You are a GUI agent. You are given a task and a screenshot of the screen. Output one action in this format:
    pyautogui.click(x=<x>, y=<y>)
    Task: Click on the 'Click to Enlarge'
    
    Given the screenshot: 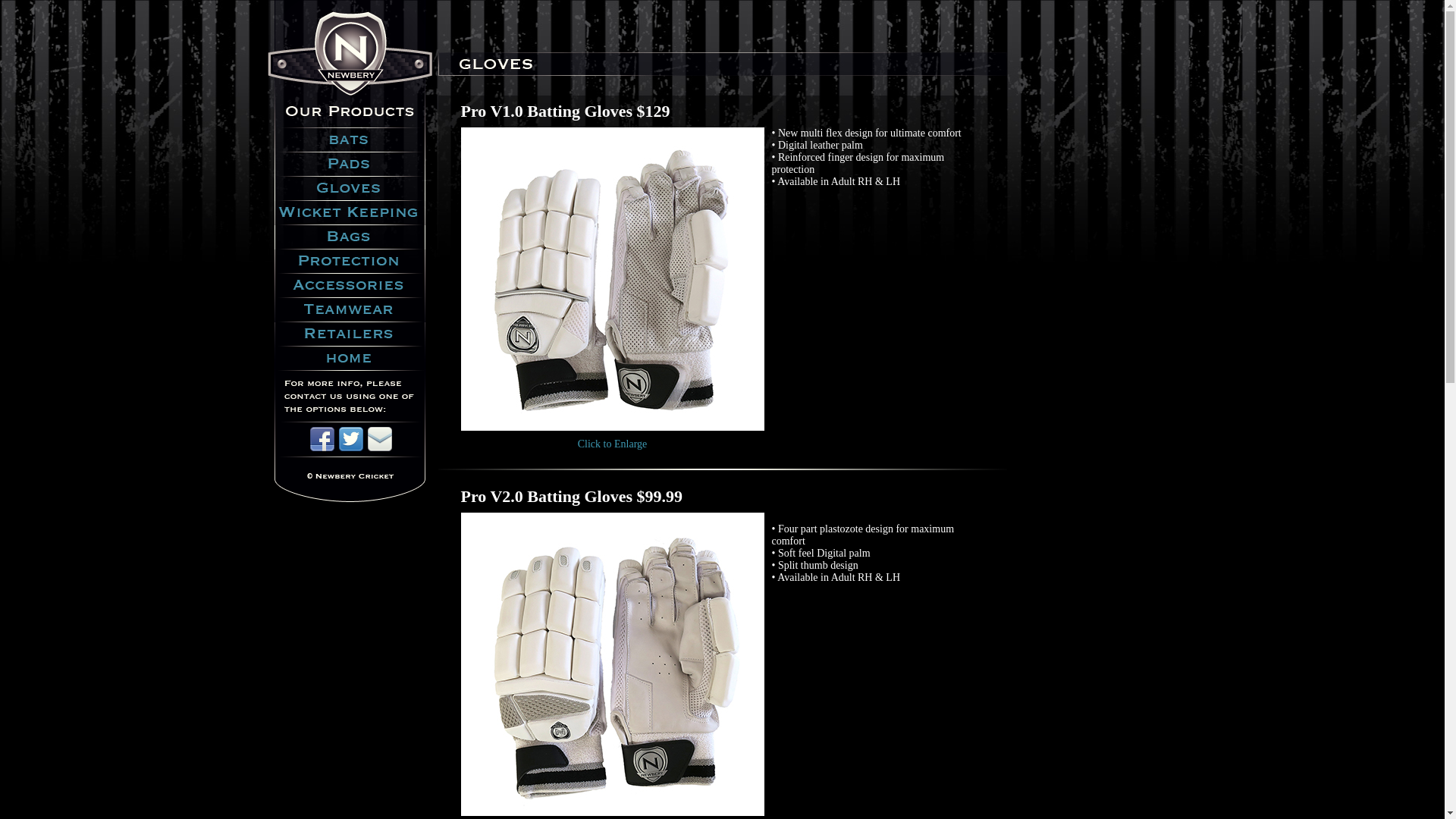 What is the action you would take?
    pyautogui.click(x=612, y=444)
    